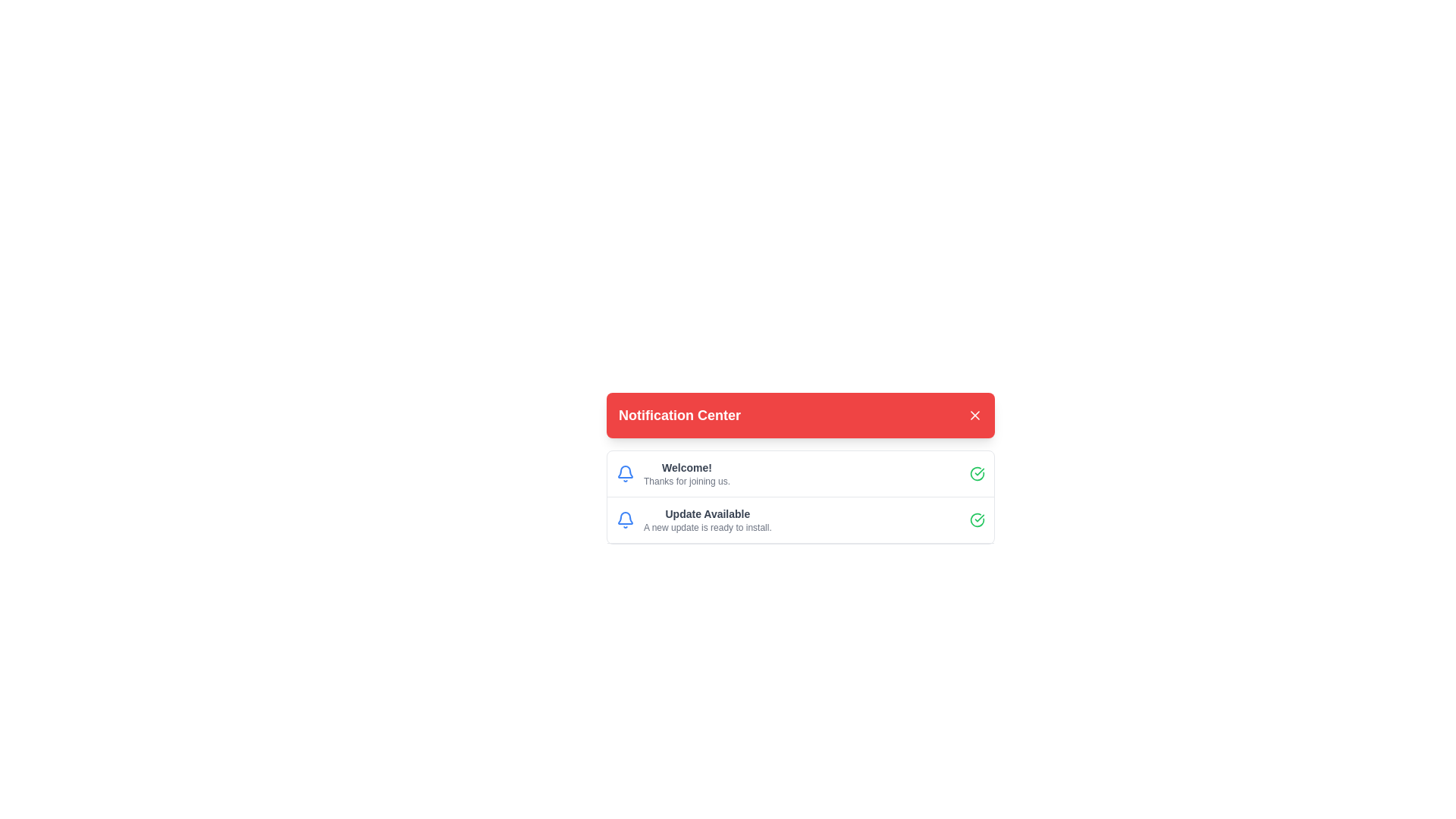 The image size is (1456, 819). Describe the element at coordinates (686, 467) in the screenshot. I see `static text element displaying 'Welcome!' in bold, small font located at the top of the notification entry in the Notification Center` at that location.